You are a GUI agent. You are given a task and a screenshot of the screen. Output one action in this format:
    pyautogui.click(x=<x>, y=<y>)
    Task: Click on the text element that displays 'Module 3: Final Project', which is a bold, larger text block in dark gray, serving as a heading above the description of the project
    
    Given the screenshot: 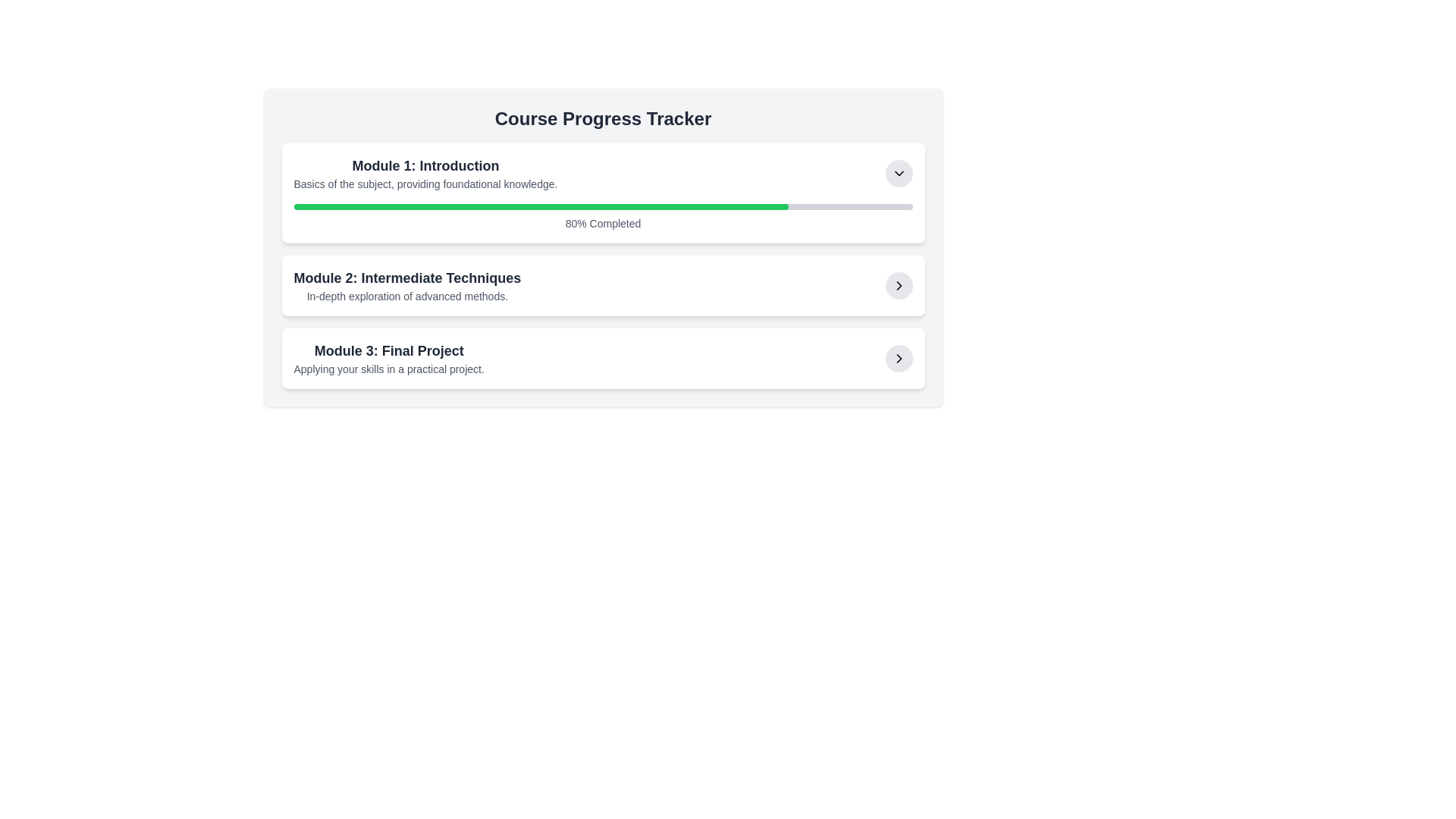 What is the action you would take?
    pyautogui.click(x=389, y=350)
    